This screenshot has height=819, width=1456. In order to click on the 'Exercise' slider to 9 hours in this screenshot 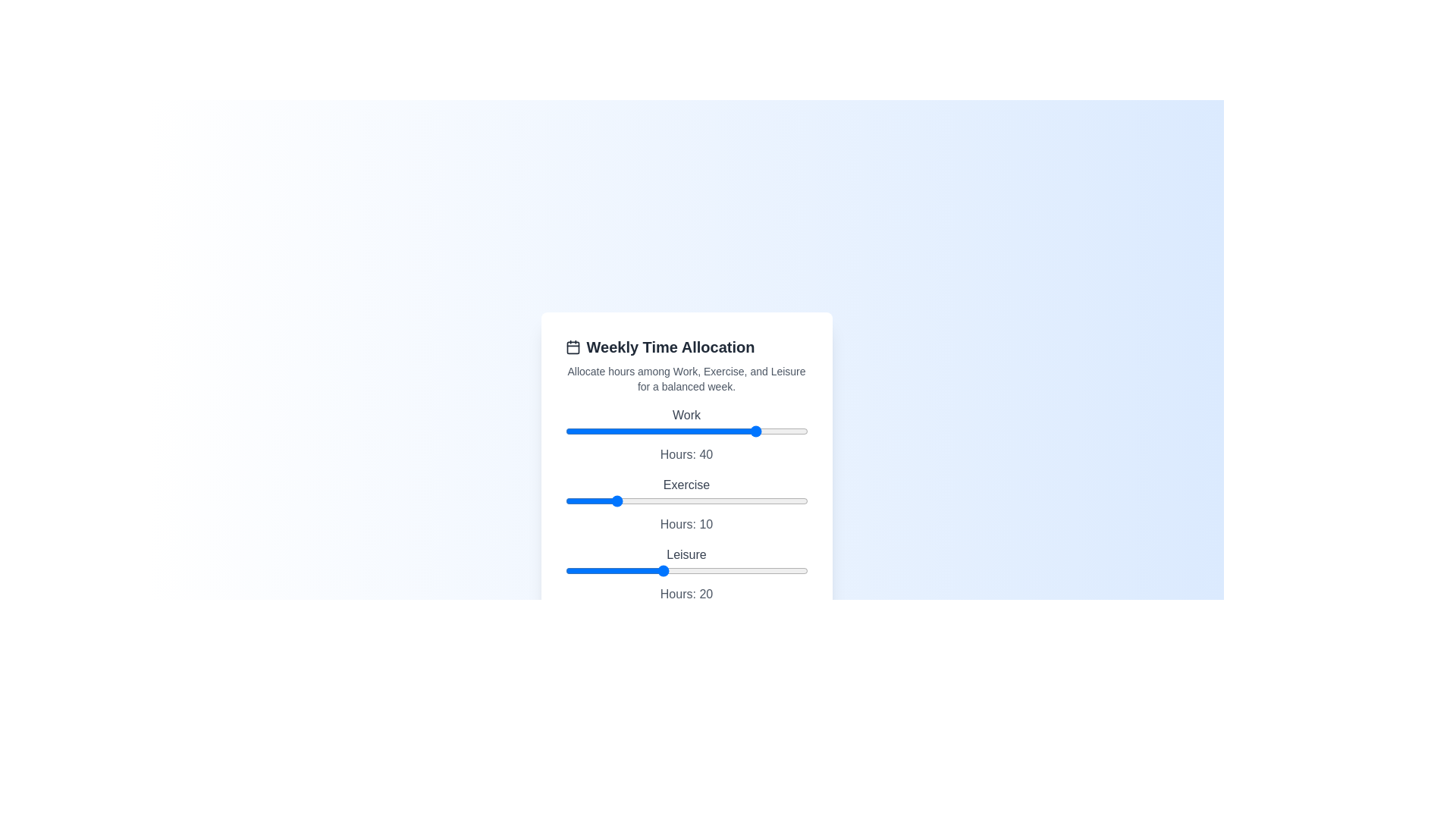, I will do `click(609, 500)`.